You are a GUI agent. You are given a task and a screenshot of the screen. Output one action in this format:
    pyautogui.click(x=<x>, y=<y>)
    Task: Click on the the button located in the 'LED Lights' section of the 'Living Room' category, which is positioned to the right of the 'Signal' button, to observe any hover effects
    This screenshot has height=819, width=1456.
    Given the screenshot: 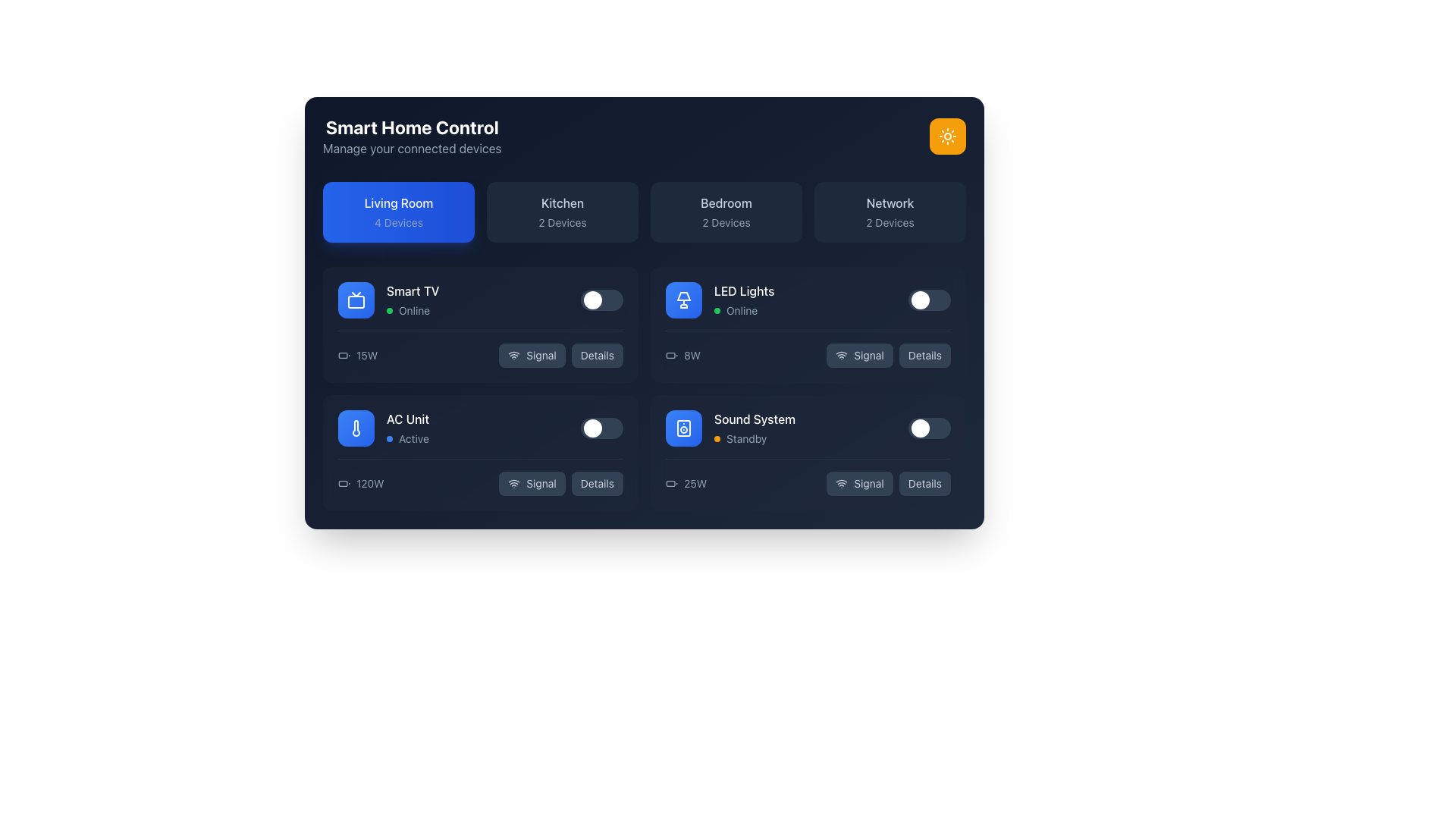 What is the action you would take?
    pyautogui.click(x=596, y=356)
    